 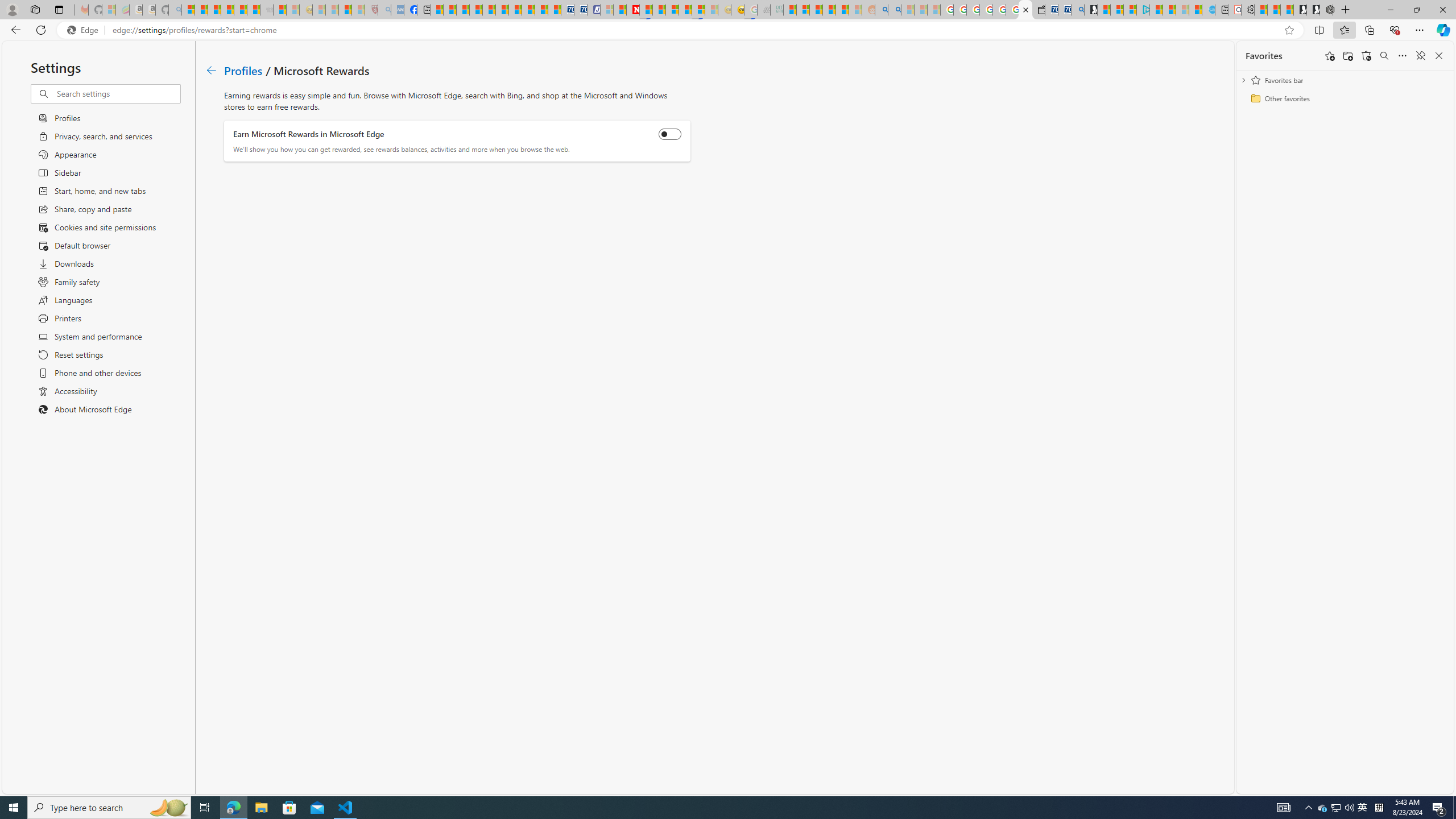 What do you see at coordinates (632, 9) in the screenshot?
I see `'Latest Politics News & Archive | Newsweek.com'` at bounding box center [632, 9].